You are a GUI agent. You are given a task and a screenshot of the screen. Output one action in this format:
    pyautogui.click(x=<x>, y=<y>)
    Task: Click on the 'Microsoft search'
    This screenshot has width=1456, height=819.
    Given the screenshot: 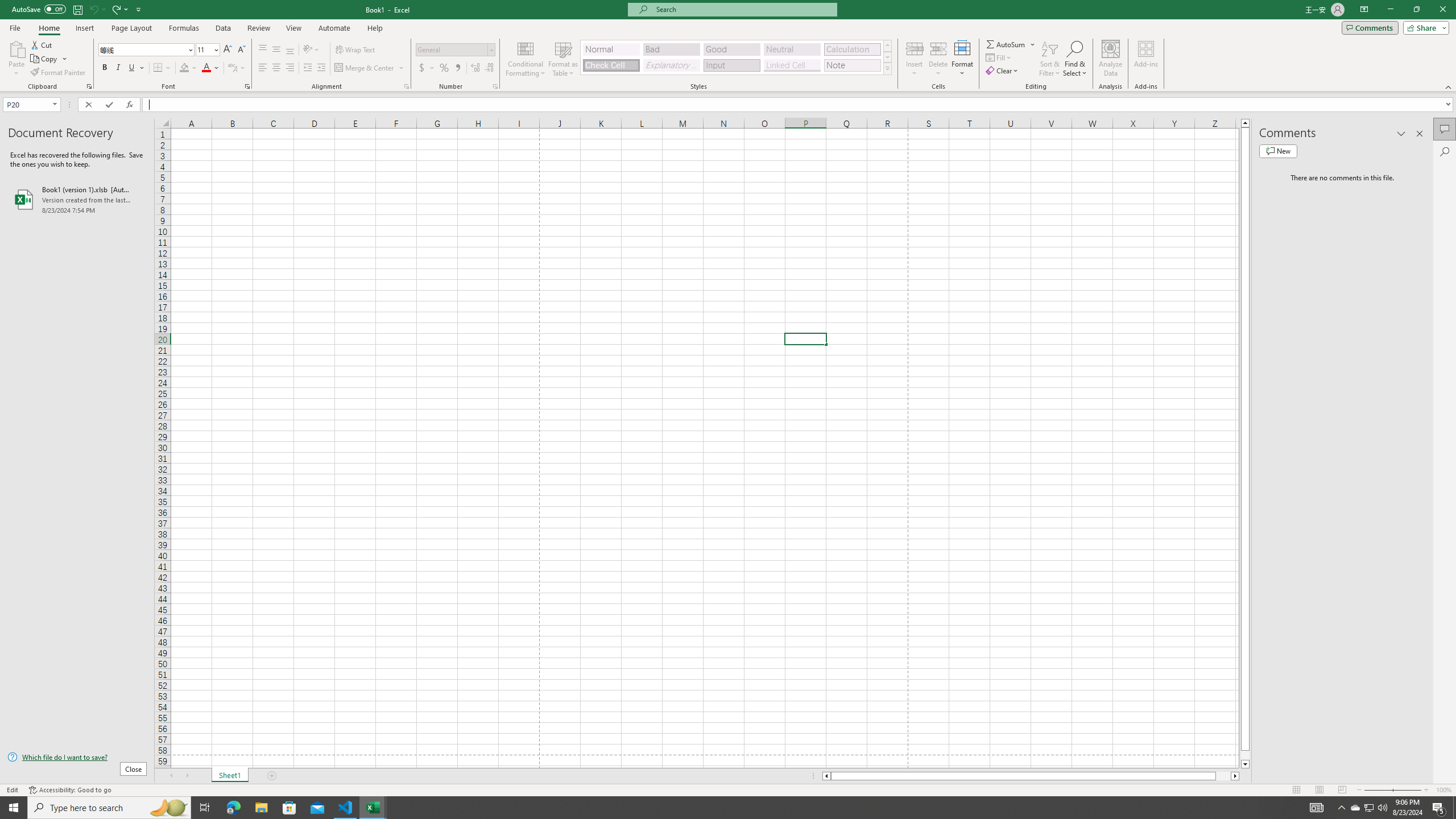 What is the action you would take?
    pyautogui.click(x=742, y=9)
    